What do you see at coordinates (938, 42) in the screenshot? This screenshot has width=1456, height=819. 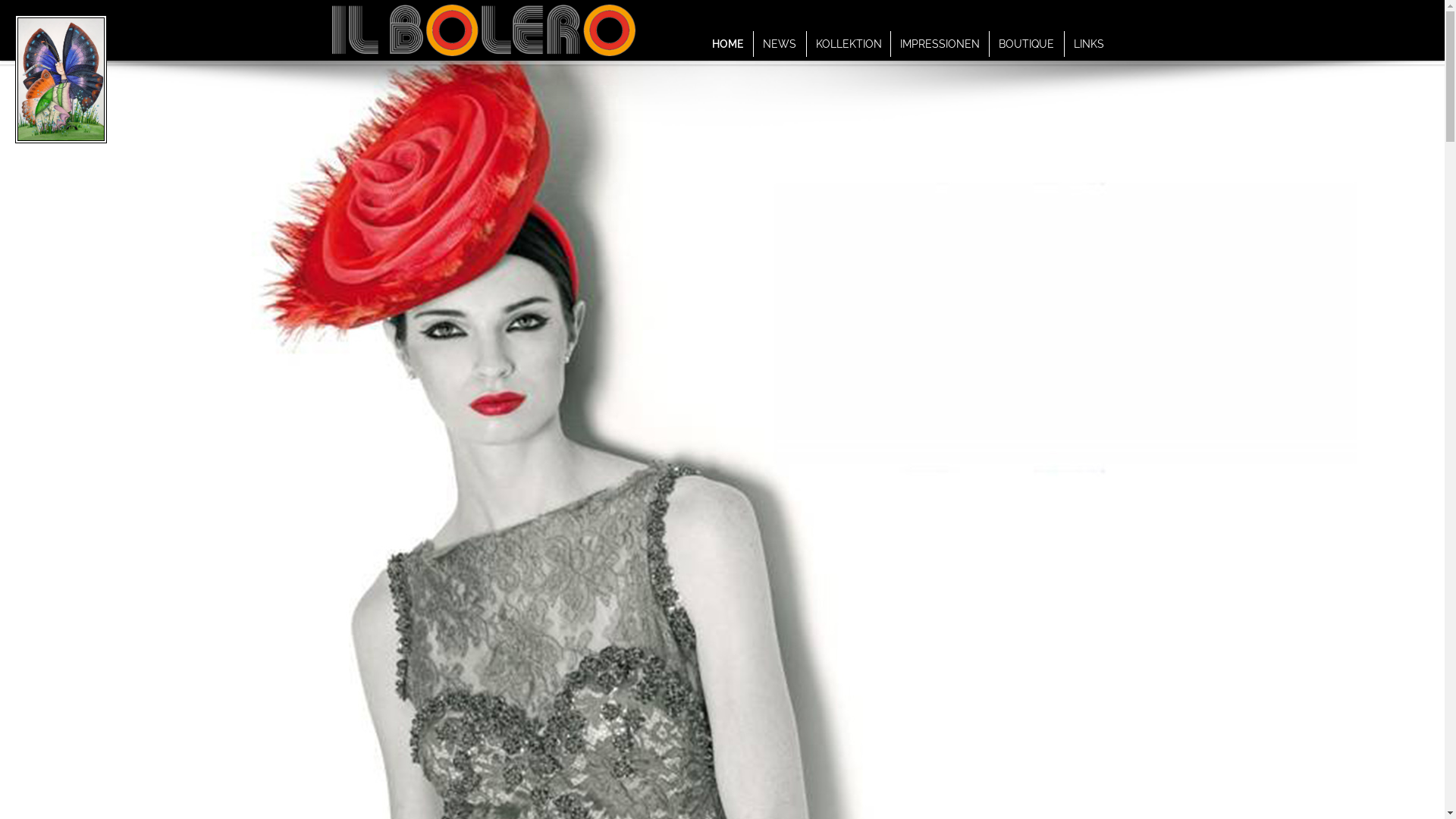 I see `'IMPRESSIONEN'` at bounding box center [938, 42].